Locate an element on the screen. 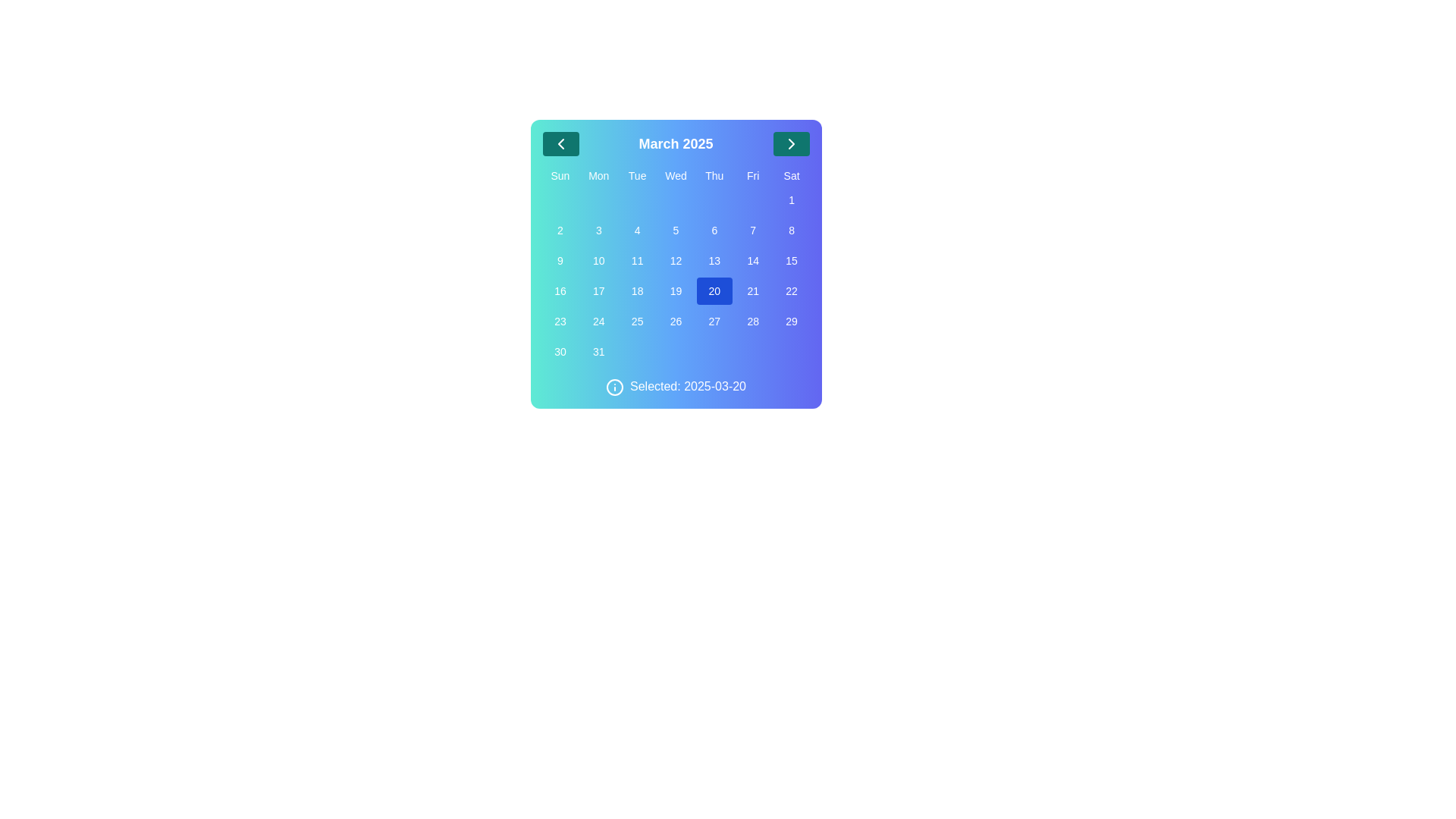  the static text label representing 'Fri', which is the sixth item in the weekday header of the calendar interface, located between 'Thu' and 'Sat' is located at coordinates (753, 174).